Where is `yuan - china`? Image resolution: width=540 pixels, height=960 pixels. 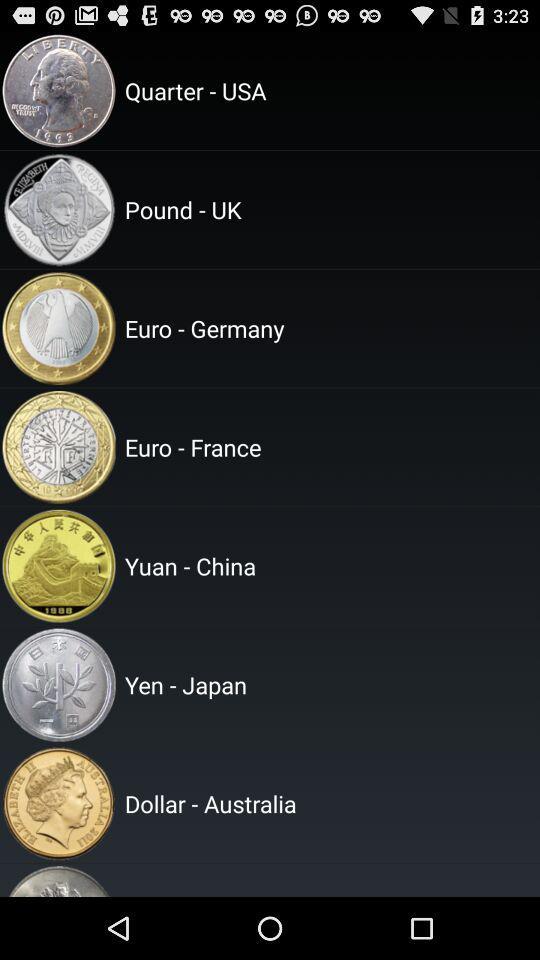
yuan - china is located at coordinates (329, 566).